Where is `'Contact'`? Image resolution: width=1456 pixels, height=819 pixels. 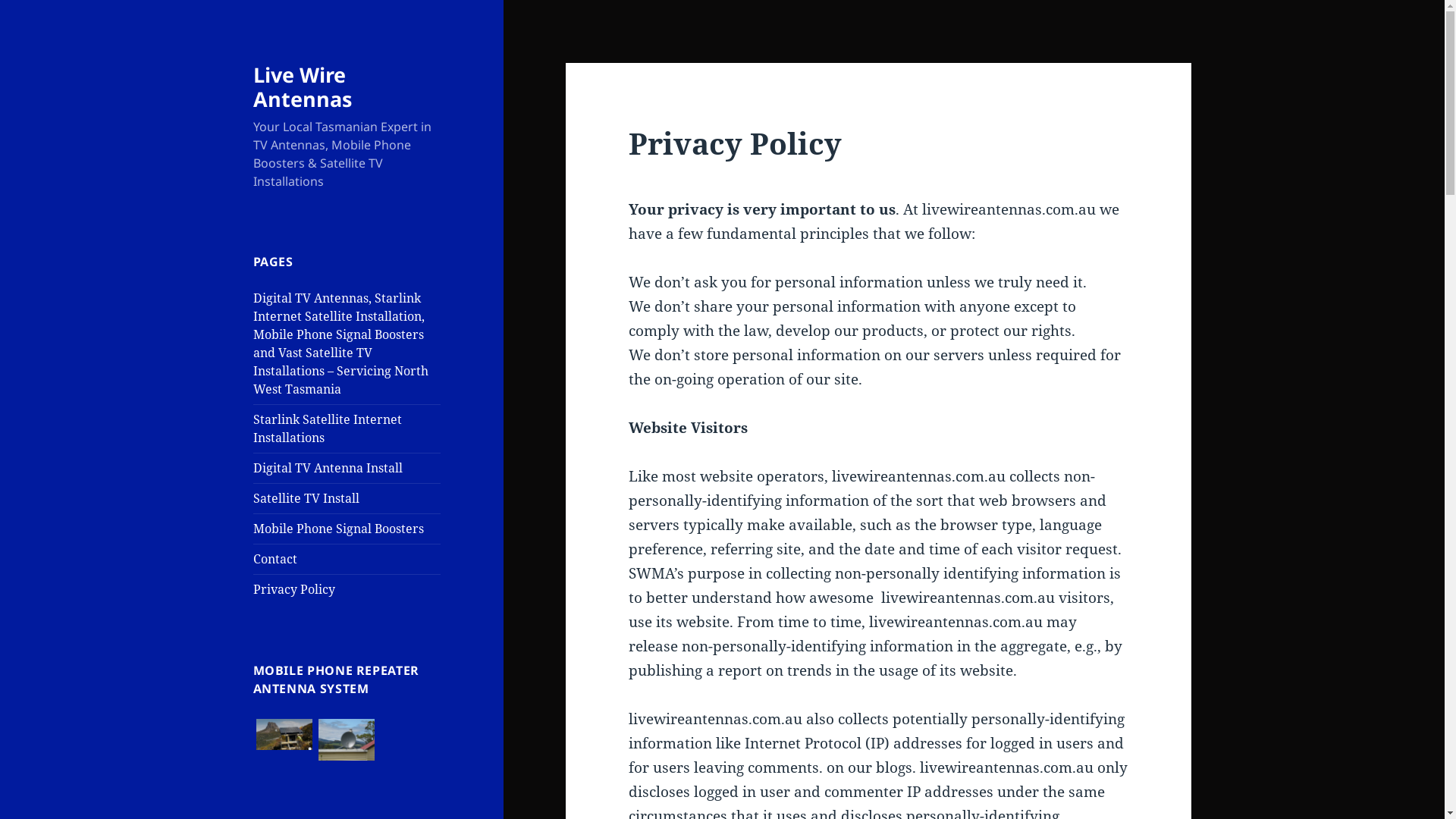 'Contact' is located at coordinates (275, 558).